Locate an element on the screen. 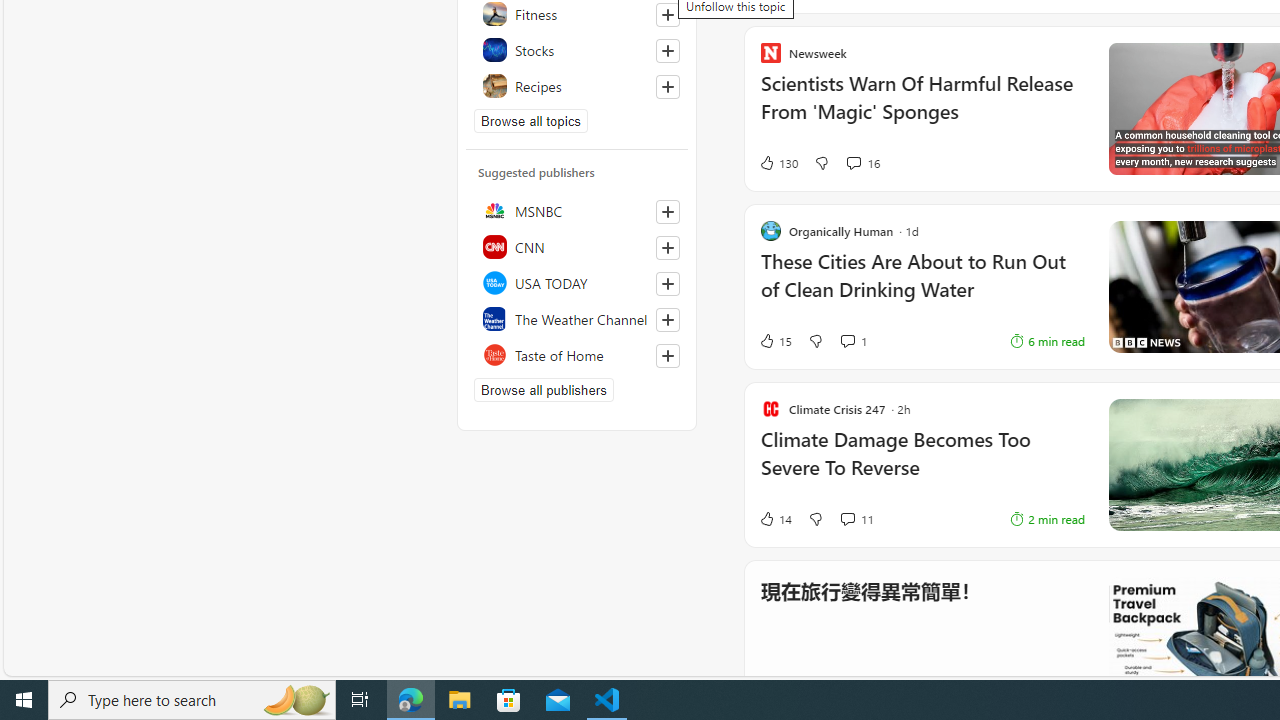  '130 Like' is located at coordinates (777, 162).